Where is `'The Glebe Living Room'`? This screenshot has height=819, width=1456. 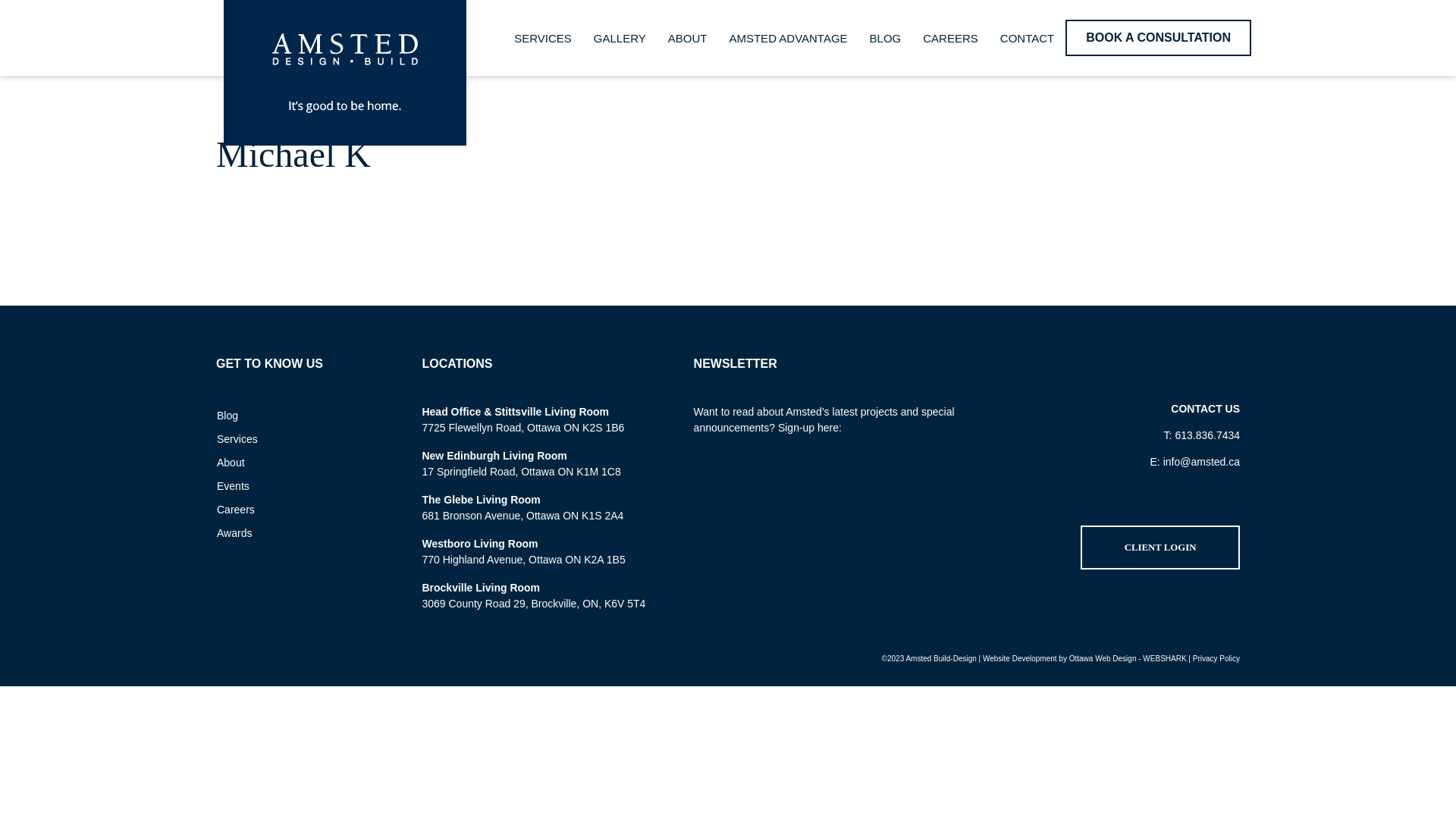 'The Glebe Living Room' is located at coordinates (479, 500).